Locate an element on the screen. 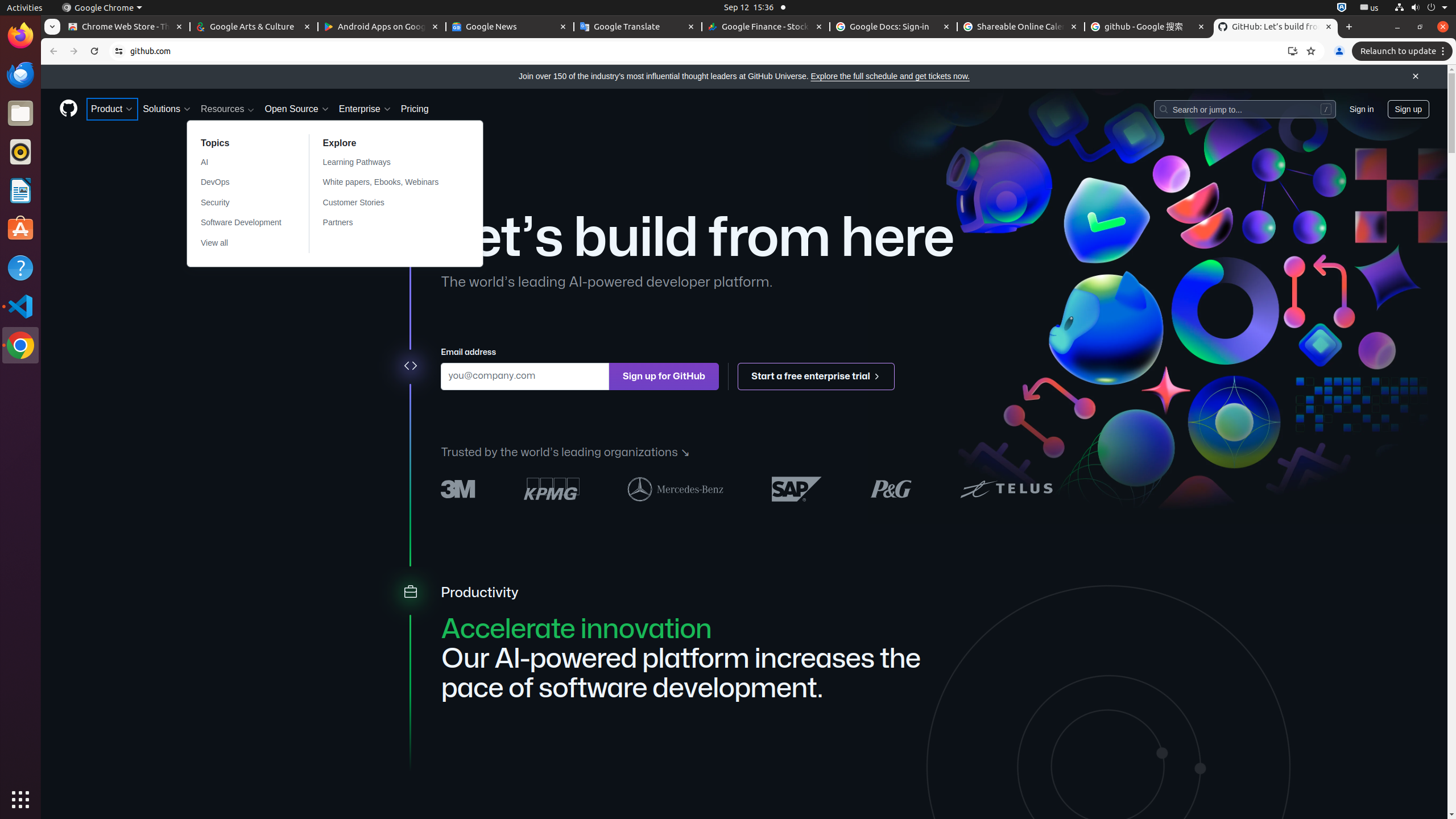 The height and width of the screenshot is (819, 1456). 'Android Apps on Google Play - Memory usage - 52.4 MB' is located at coordinates (381, 26).